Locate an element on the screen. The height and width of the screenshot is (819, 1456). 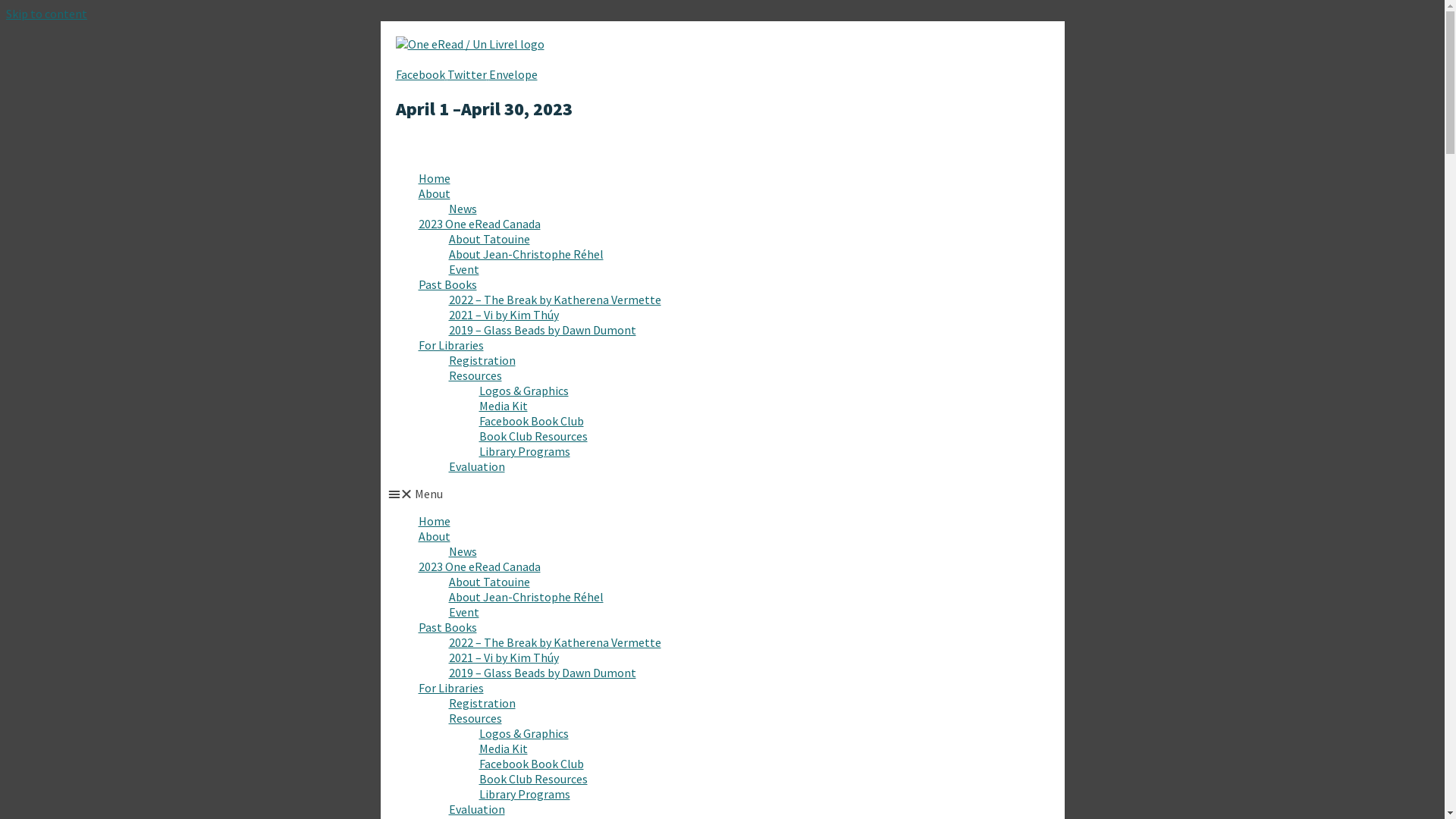
'Library Programs' is located at coordinates (524, 450).